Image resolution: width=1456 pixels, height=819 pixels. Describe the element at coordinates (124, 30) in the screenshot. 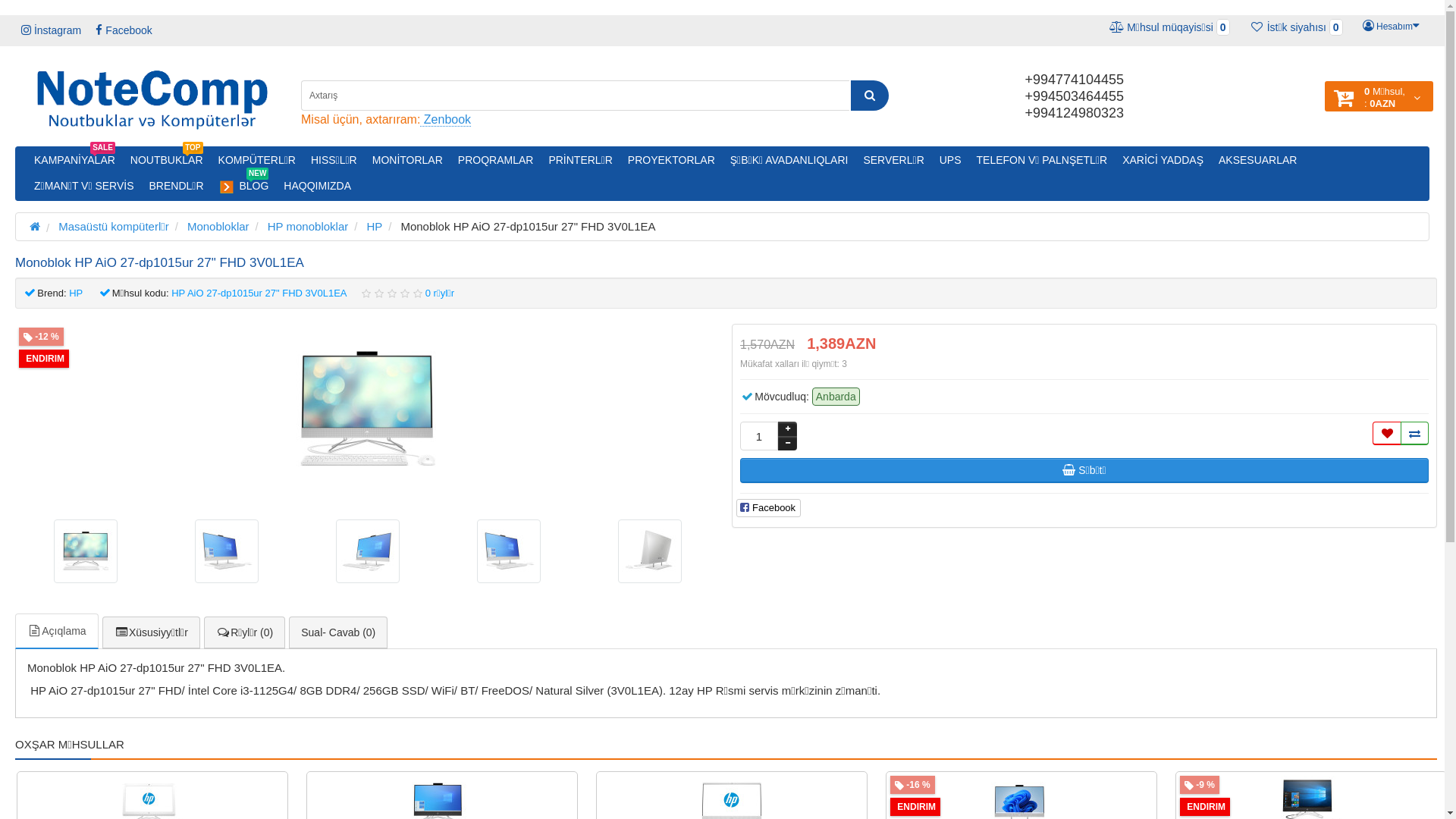

I see `'Facebook'` at that location.